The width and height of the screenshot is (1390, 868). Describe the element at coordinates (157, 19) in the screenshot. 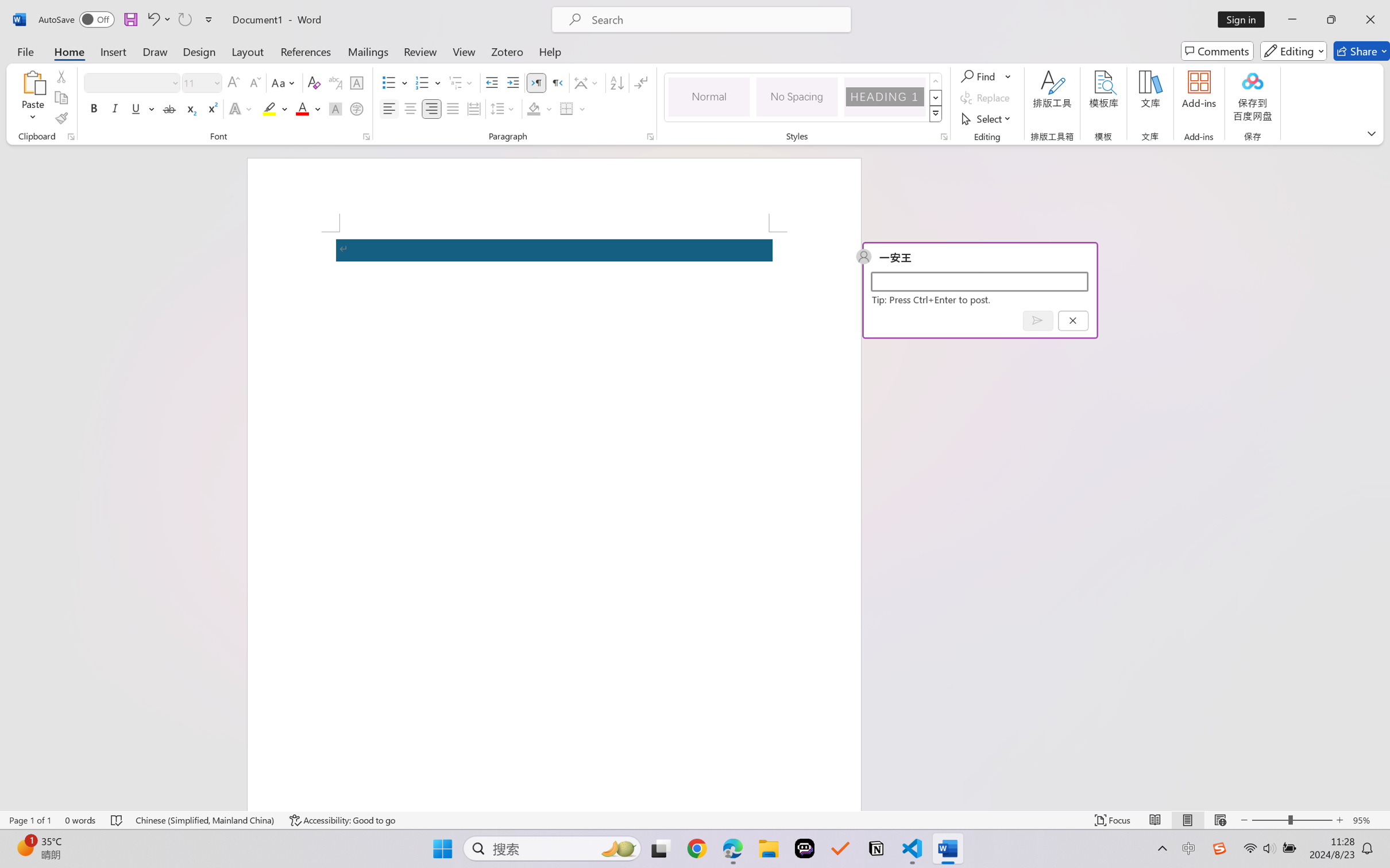

I see `'Undo'` at that location.